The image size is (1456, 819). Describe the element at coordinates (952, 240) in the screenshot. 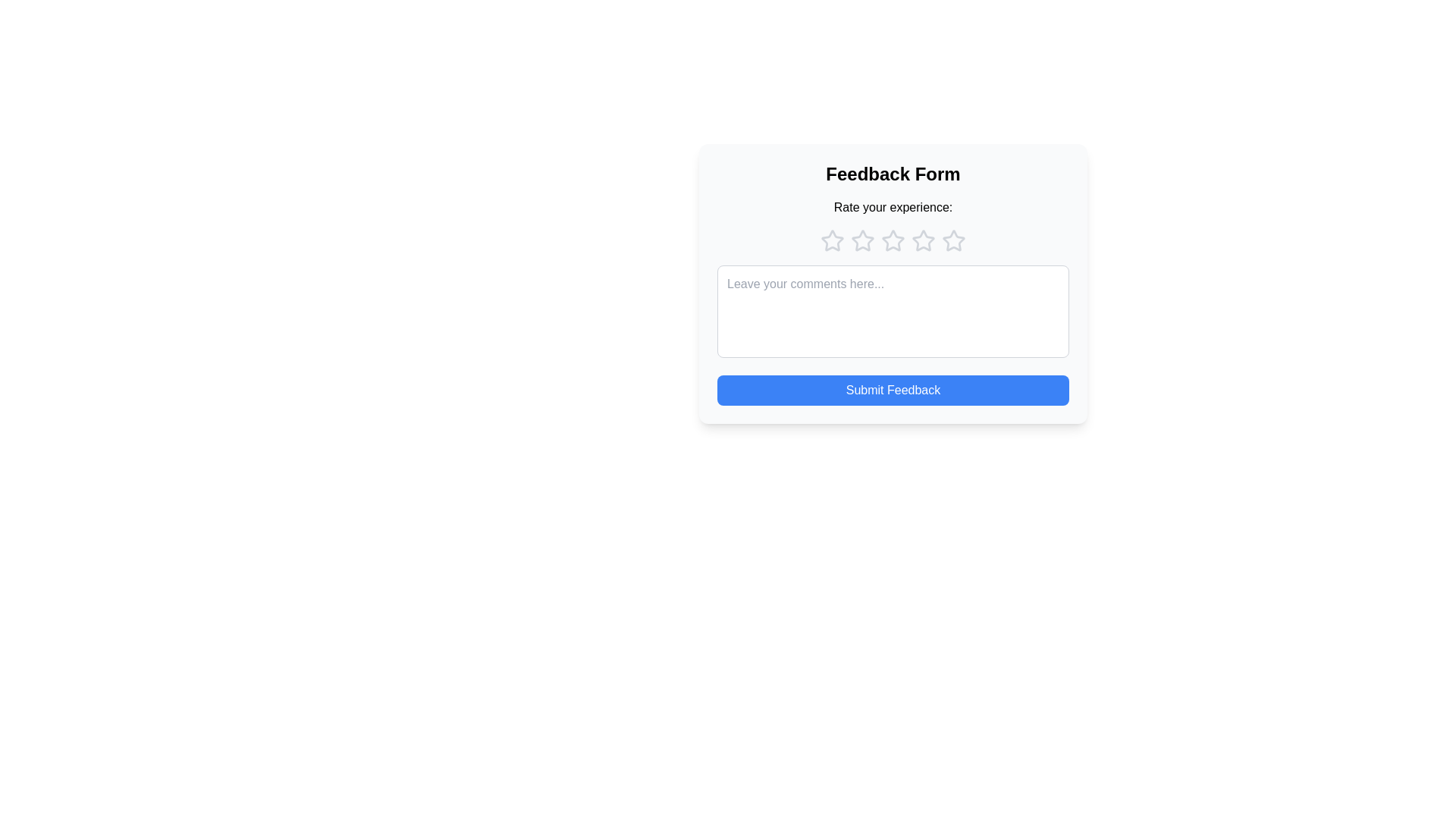

I see `the fifth rating star icon, which is a hollow star-shaped icon styled in light gray` at that location.